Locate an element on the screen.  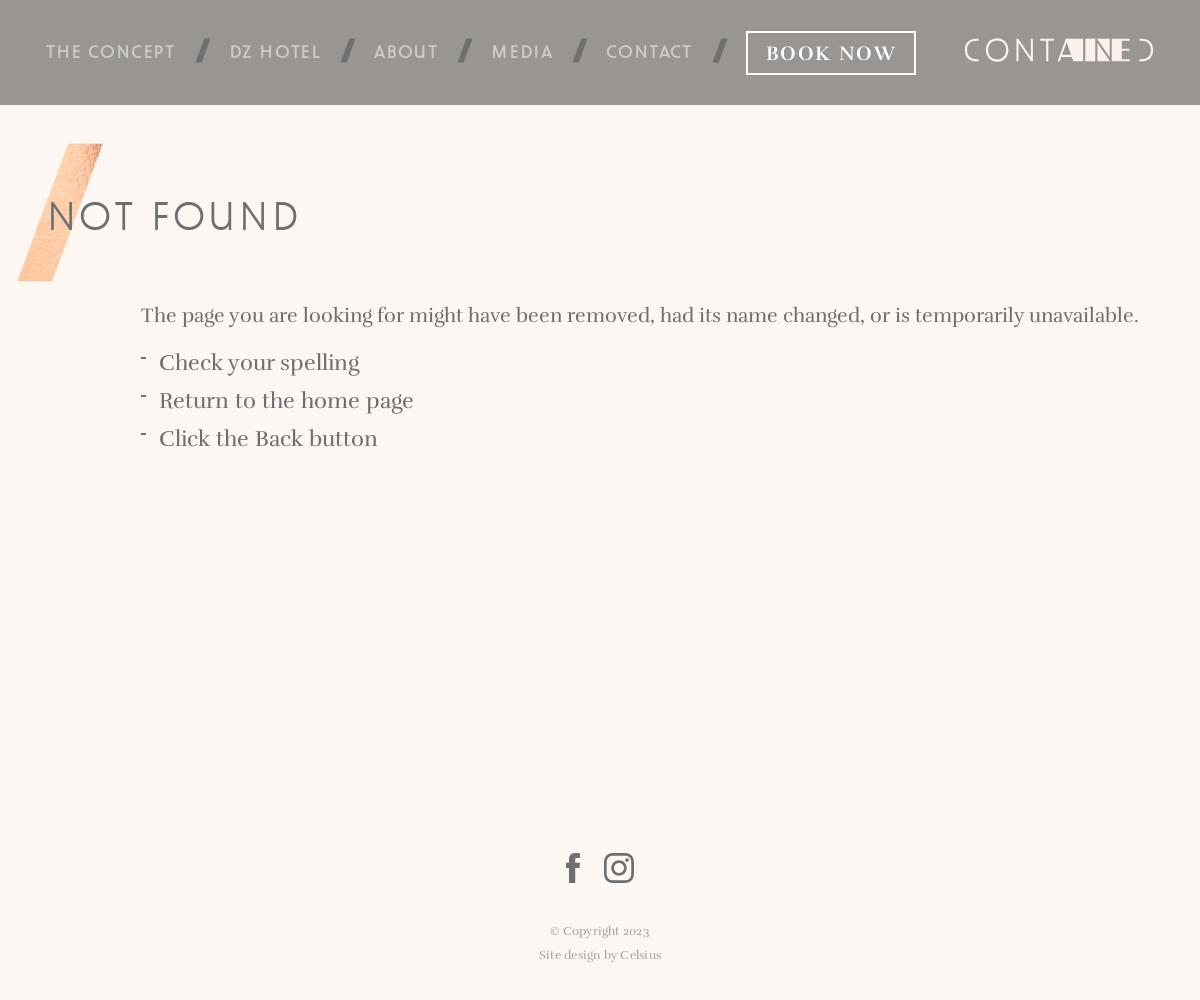
'Return to the' is located at coordinates (229, 400).